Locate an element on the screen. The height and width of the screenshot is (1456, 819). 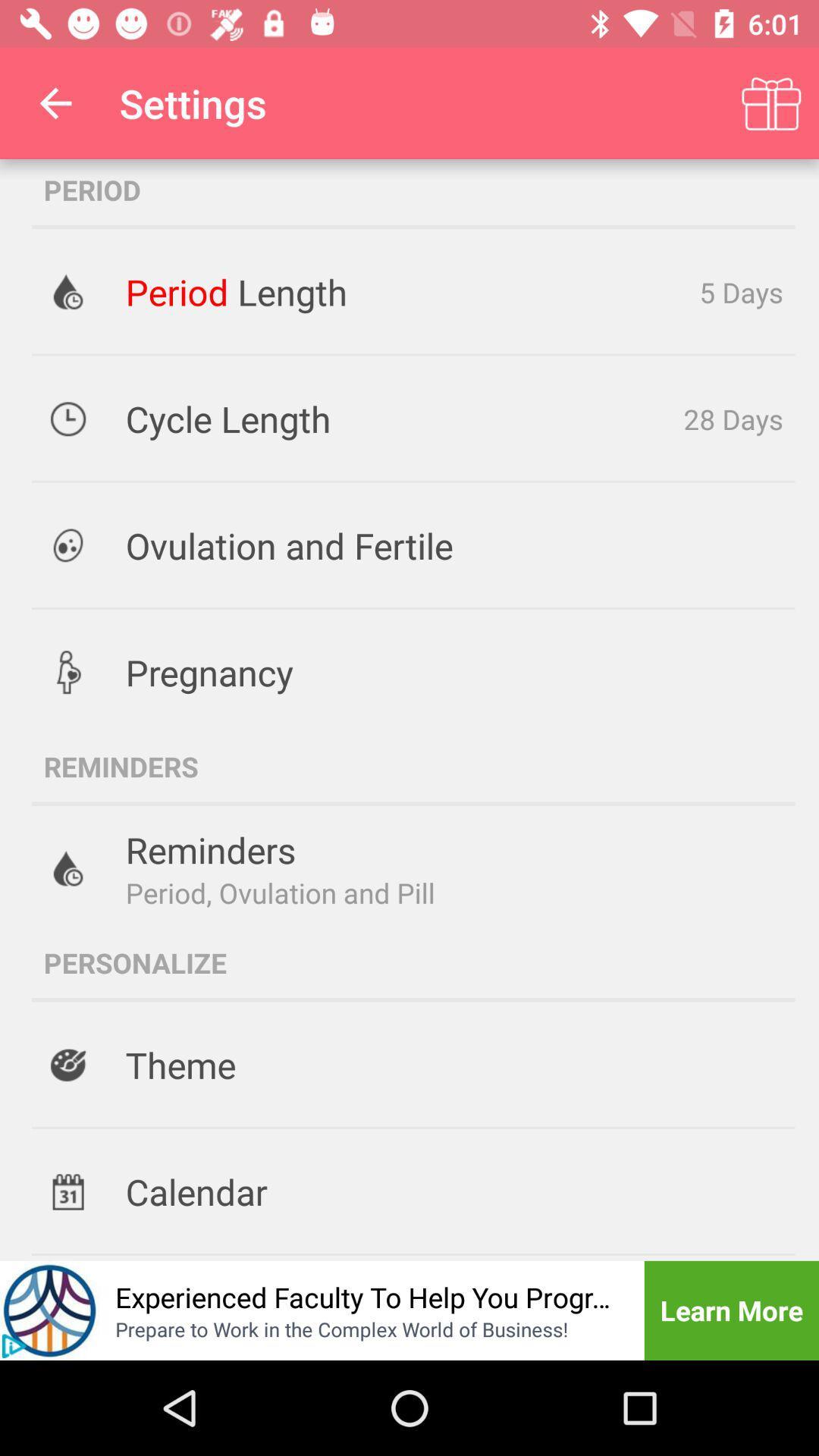
the play icon is located at coordinates (14, 1346).